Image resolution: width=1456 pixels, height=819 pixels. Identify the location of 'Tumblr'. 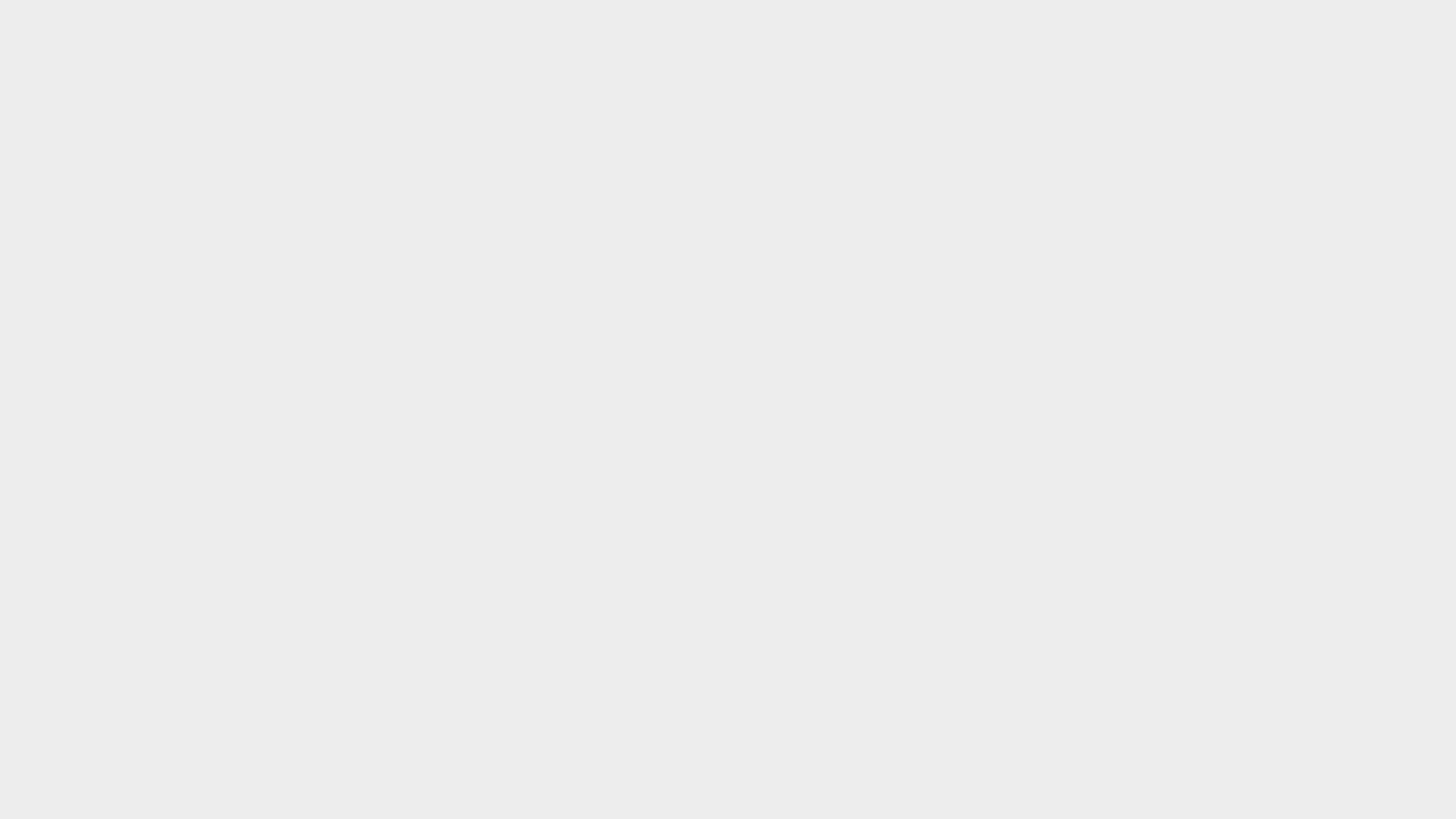
(1133, 18).